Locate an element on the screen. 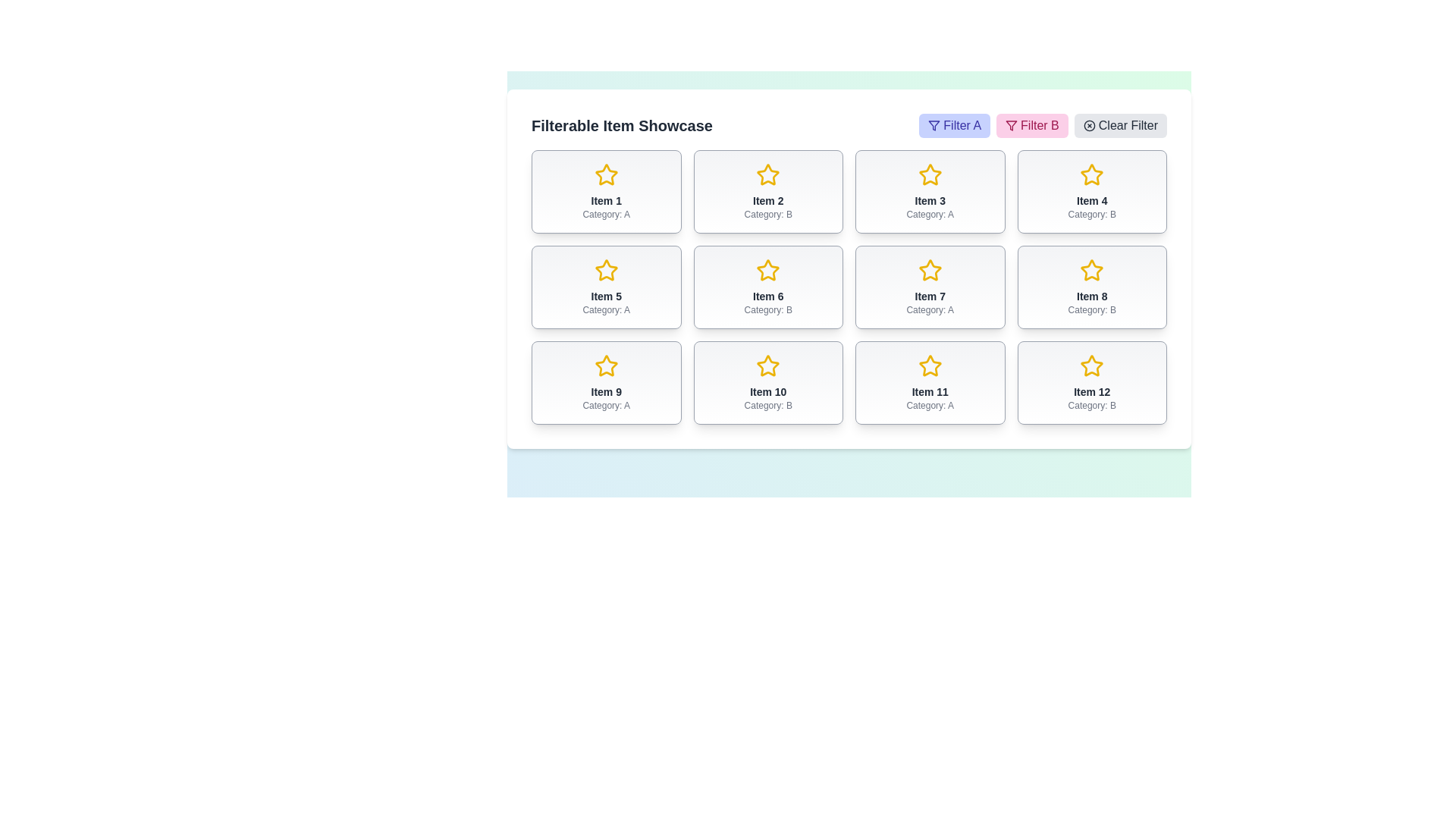 This screenshot has height=819, width=1456. the informational card located in the bottom-right corner of the grid layout, which displays details of a specific item is located at coordinates (1092, 382).